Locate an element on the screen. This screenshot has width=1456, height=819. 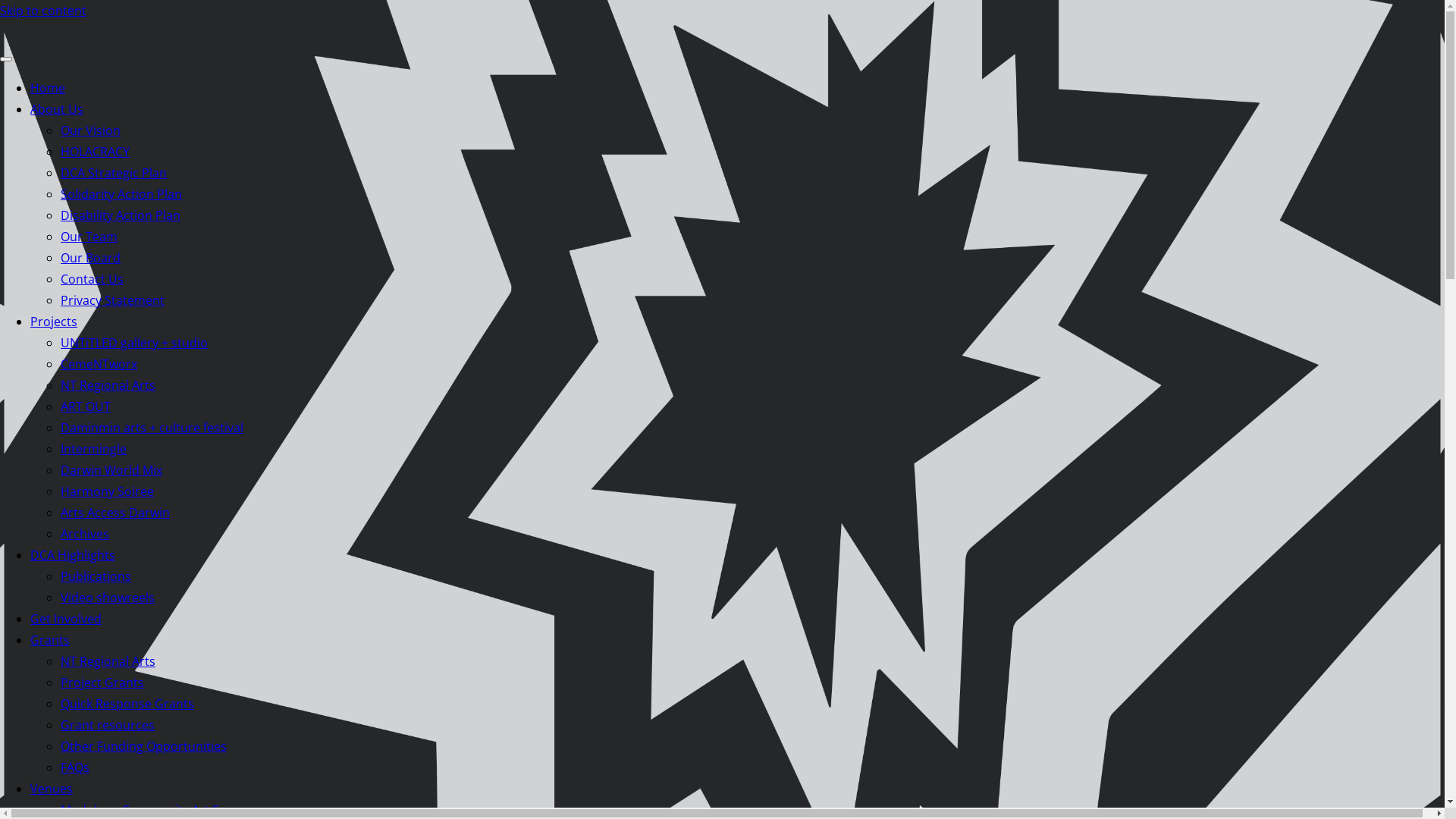
'Archives' is located at coordinates (83, 533).